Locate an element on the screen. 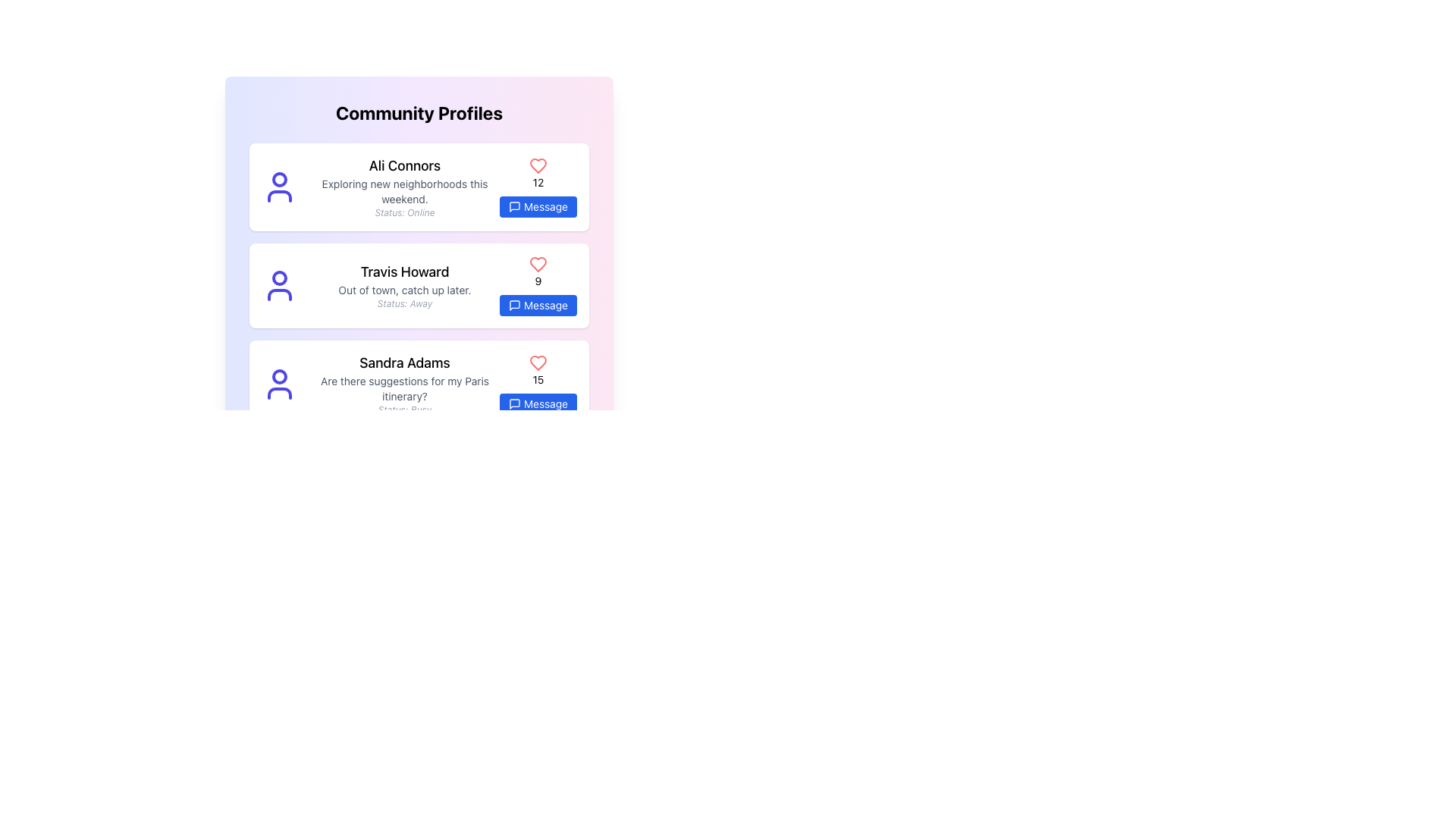  the user avatar icon, which is a purple circular shape representing a head, located in the topmost card under 'Community Profiles' next to 'Ali Connors' is located at coordinates (280, 186).